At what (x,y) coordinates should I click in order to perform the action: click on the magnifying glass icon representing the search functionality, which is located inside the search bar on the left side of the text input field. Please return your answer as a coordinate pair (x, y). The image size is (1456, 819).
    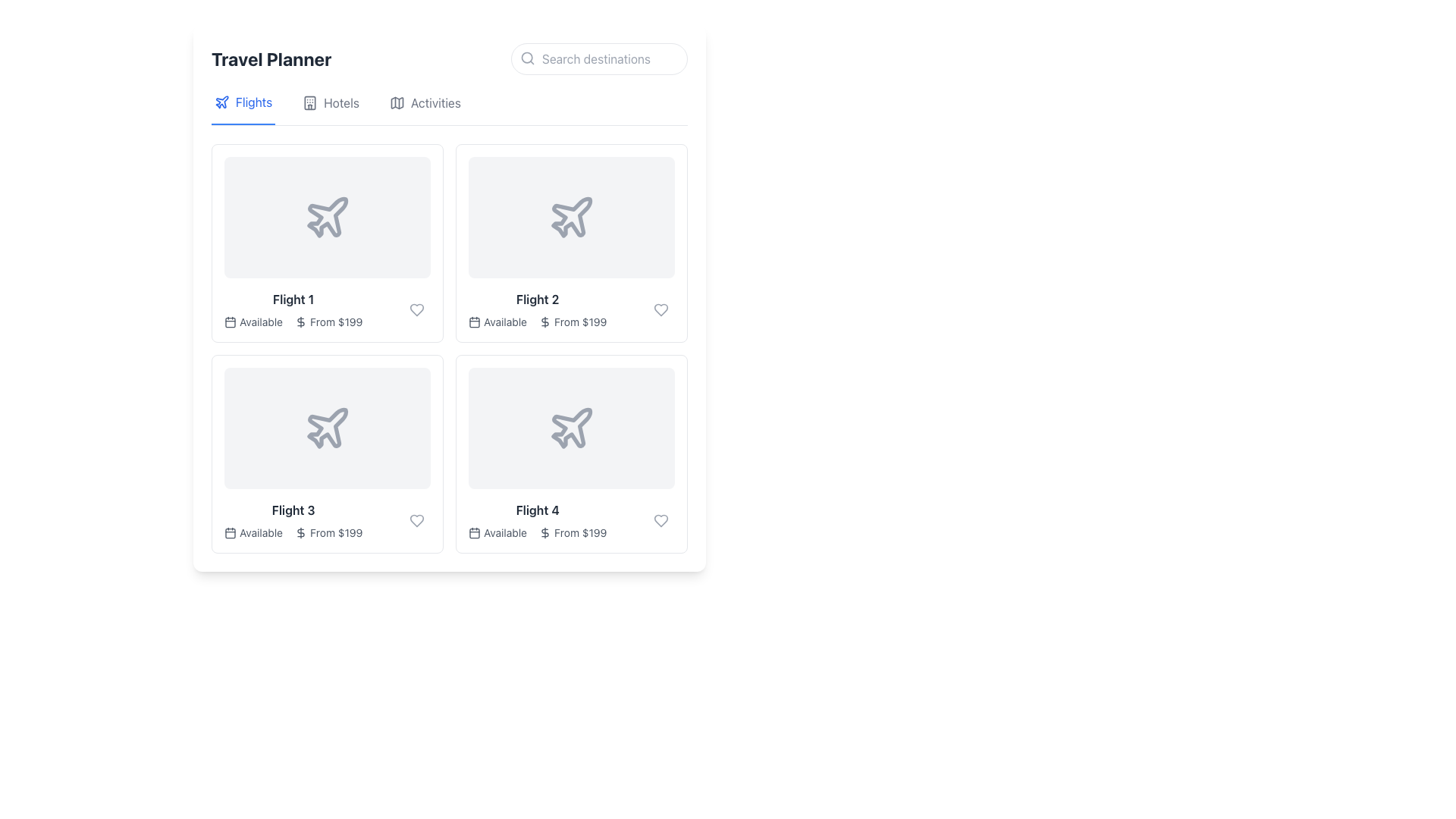
    Looking at the image, I should click on (528, 58).